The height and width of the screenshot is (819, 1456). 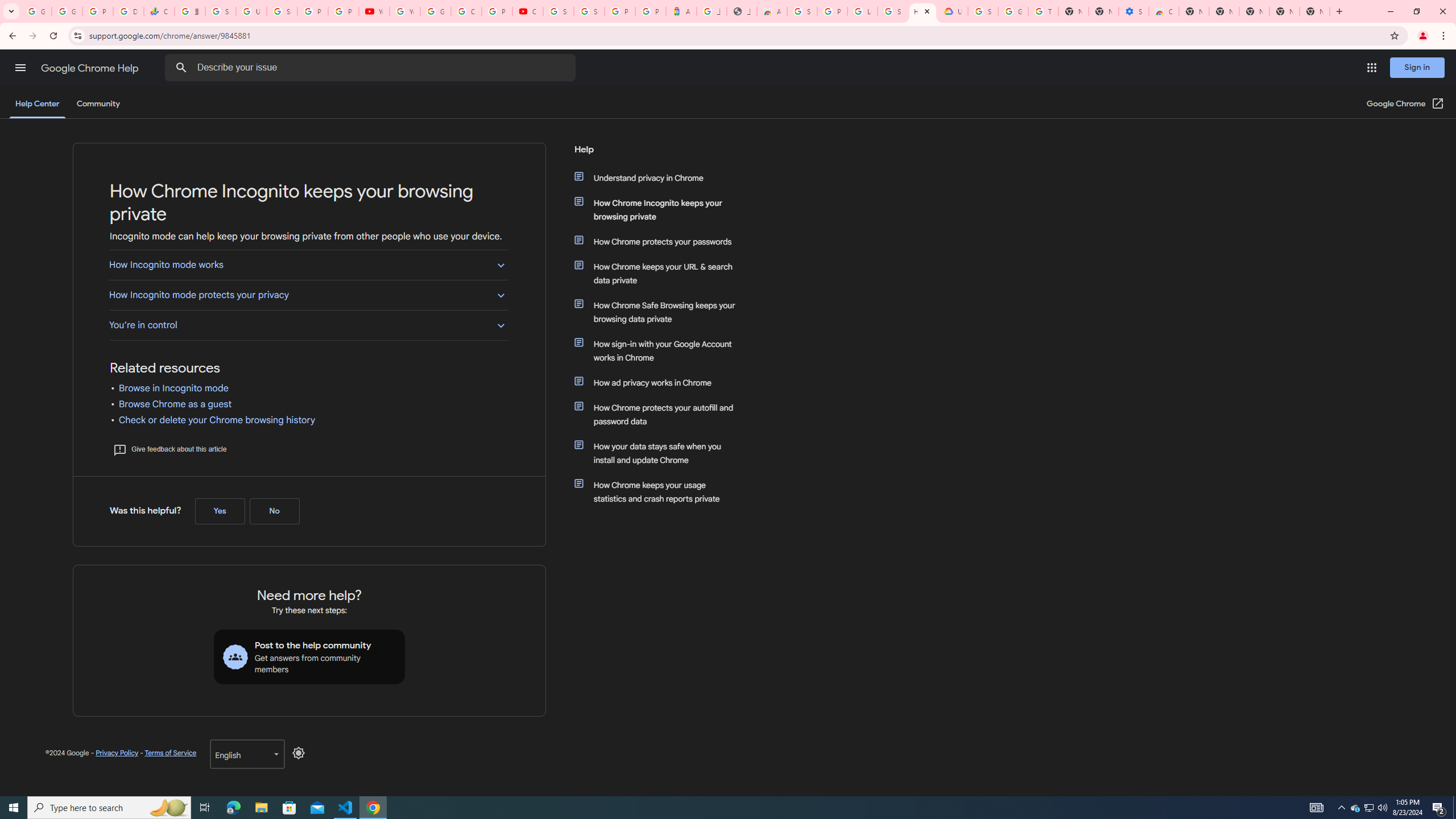 What do you see at coordinates (661, 209) in the screenshot?
I see `'How Chrome Incognito keeps your browsing private'` at bounding box center [661, 209].